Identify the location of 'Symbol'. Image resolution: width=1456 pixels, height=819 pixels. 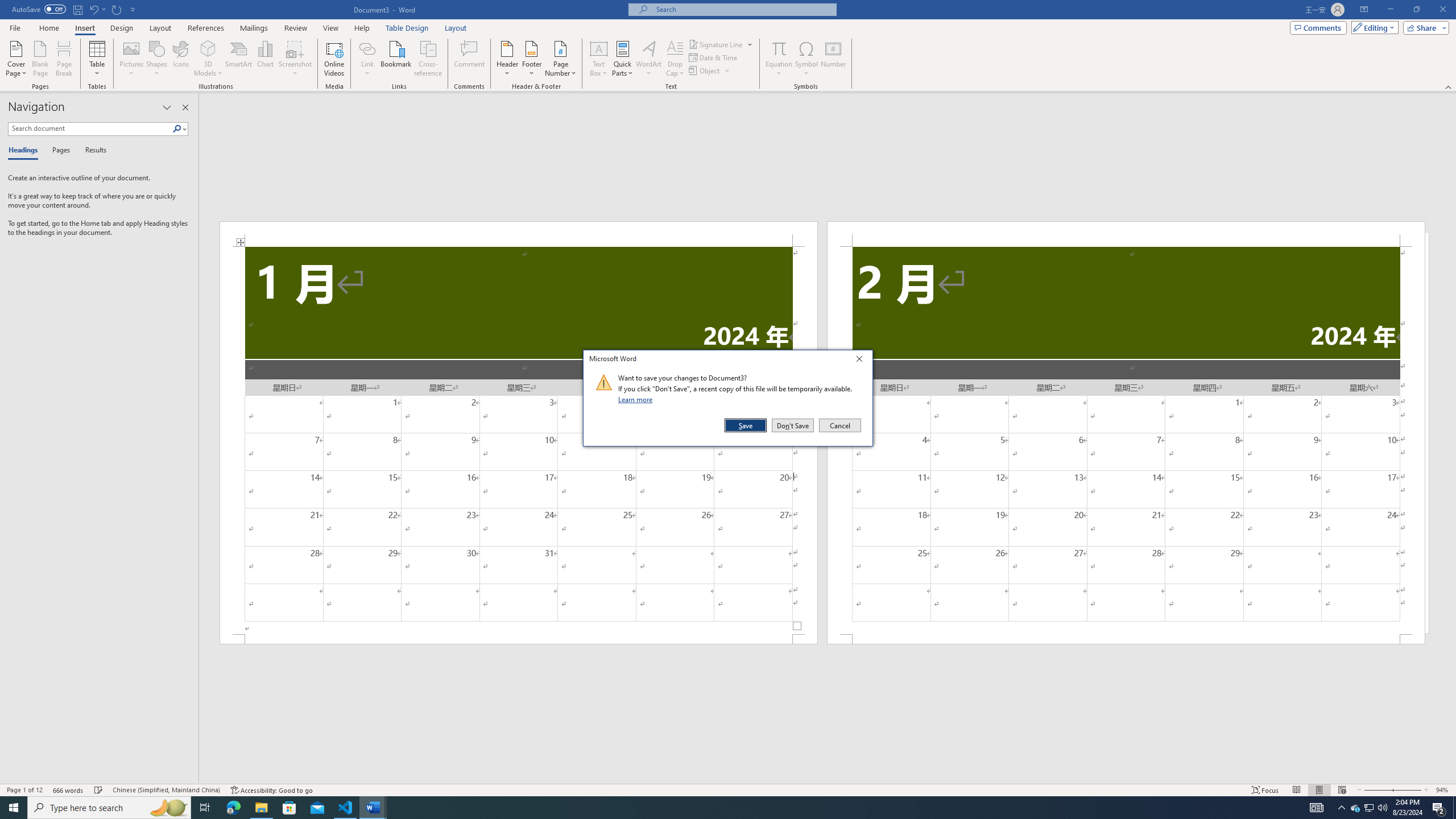
(806, 59).